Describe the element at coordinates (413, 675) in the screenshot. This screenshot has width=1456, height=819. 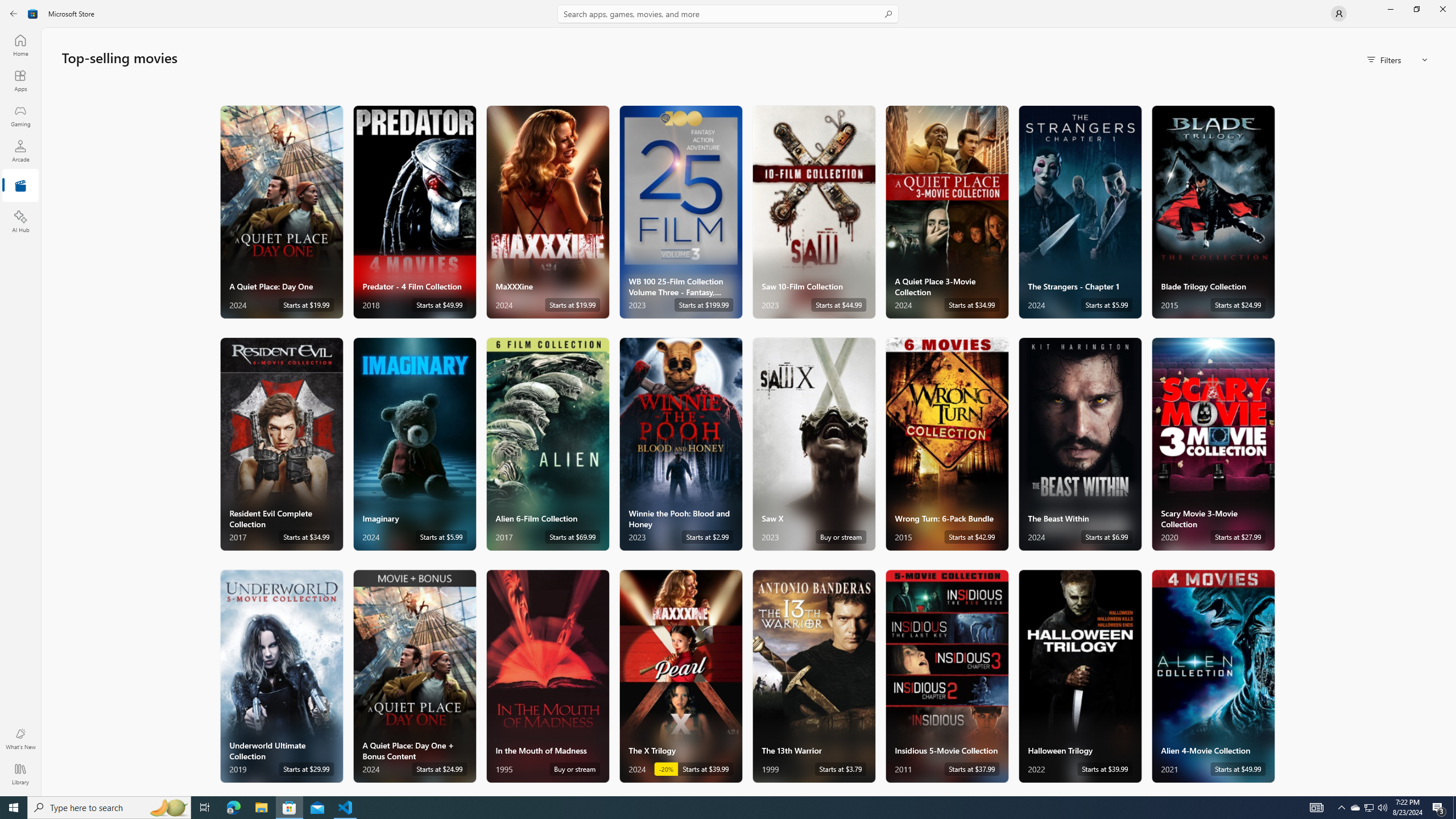
I see `'A Quiet Place: Day One + Bonus Content. Starts at $24.99  '` at that location.